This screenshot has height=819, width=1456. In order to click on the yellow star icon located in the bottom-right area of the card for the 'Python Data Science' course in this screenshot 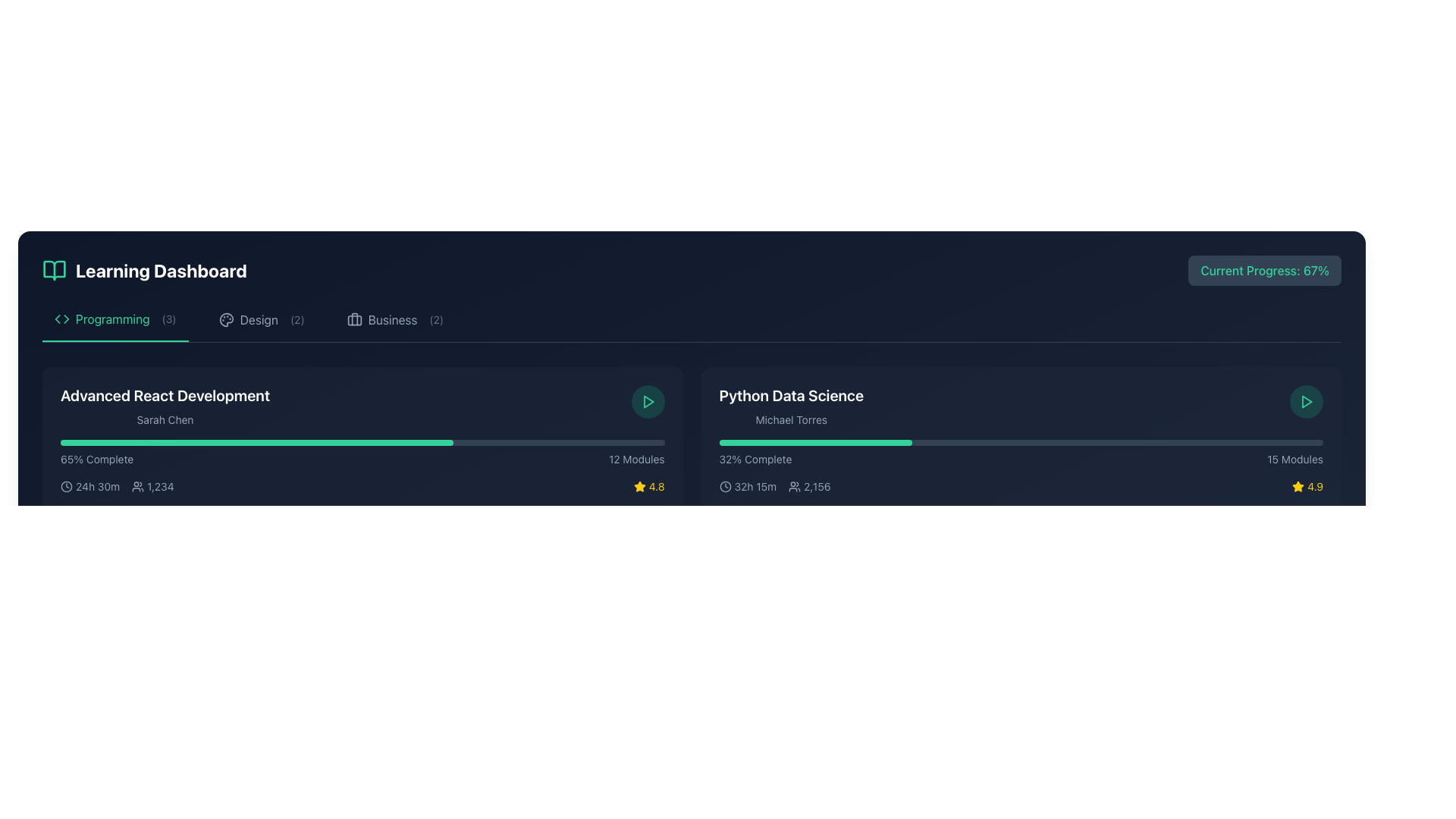, I will do `click(639, 486)`.